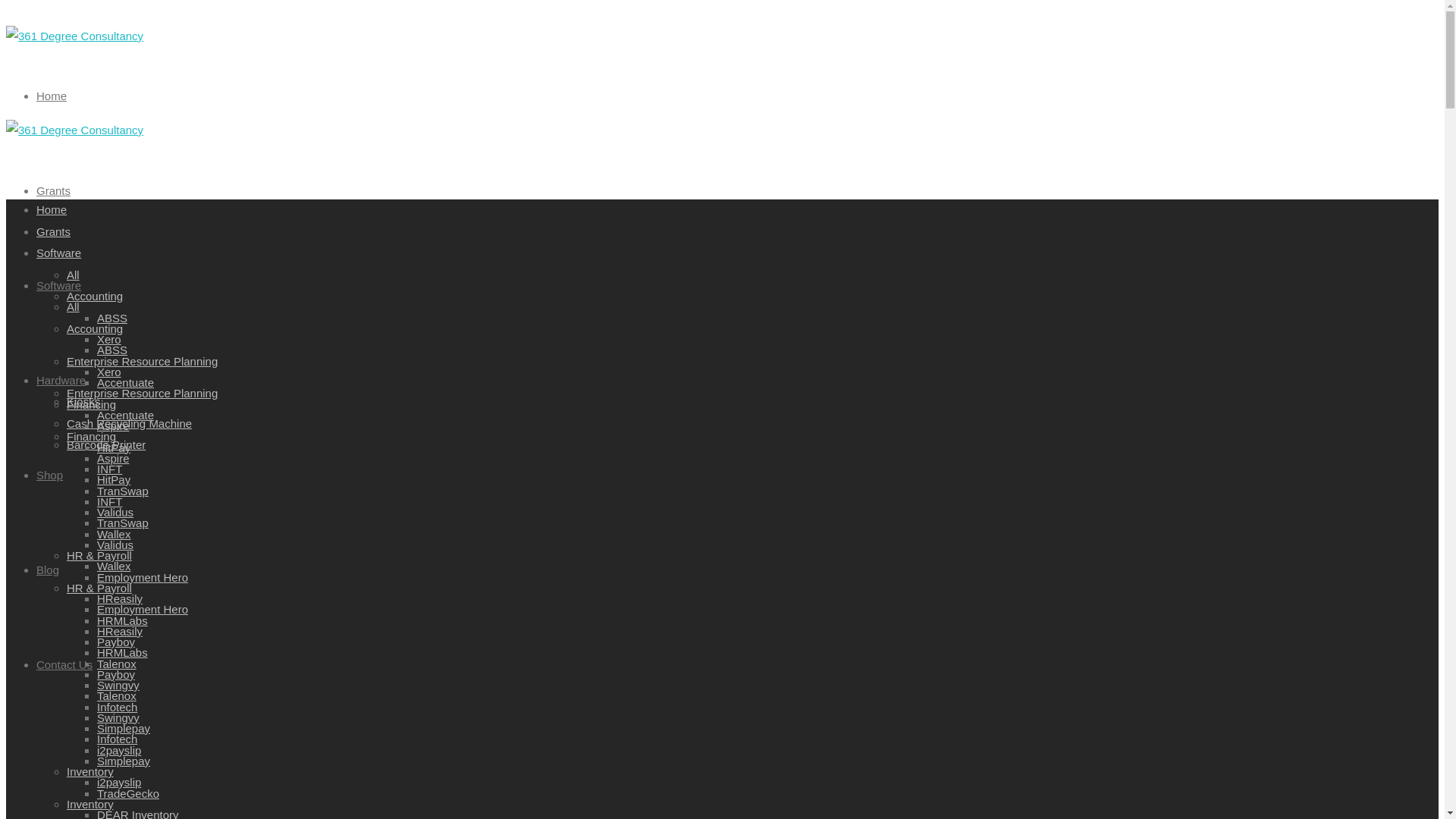  Describe the element at coordinates (96, 738) in the screenshot. I see `'Infotech'` at that location.